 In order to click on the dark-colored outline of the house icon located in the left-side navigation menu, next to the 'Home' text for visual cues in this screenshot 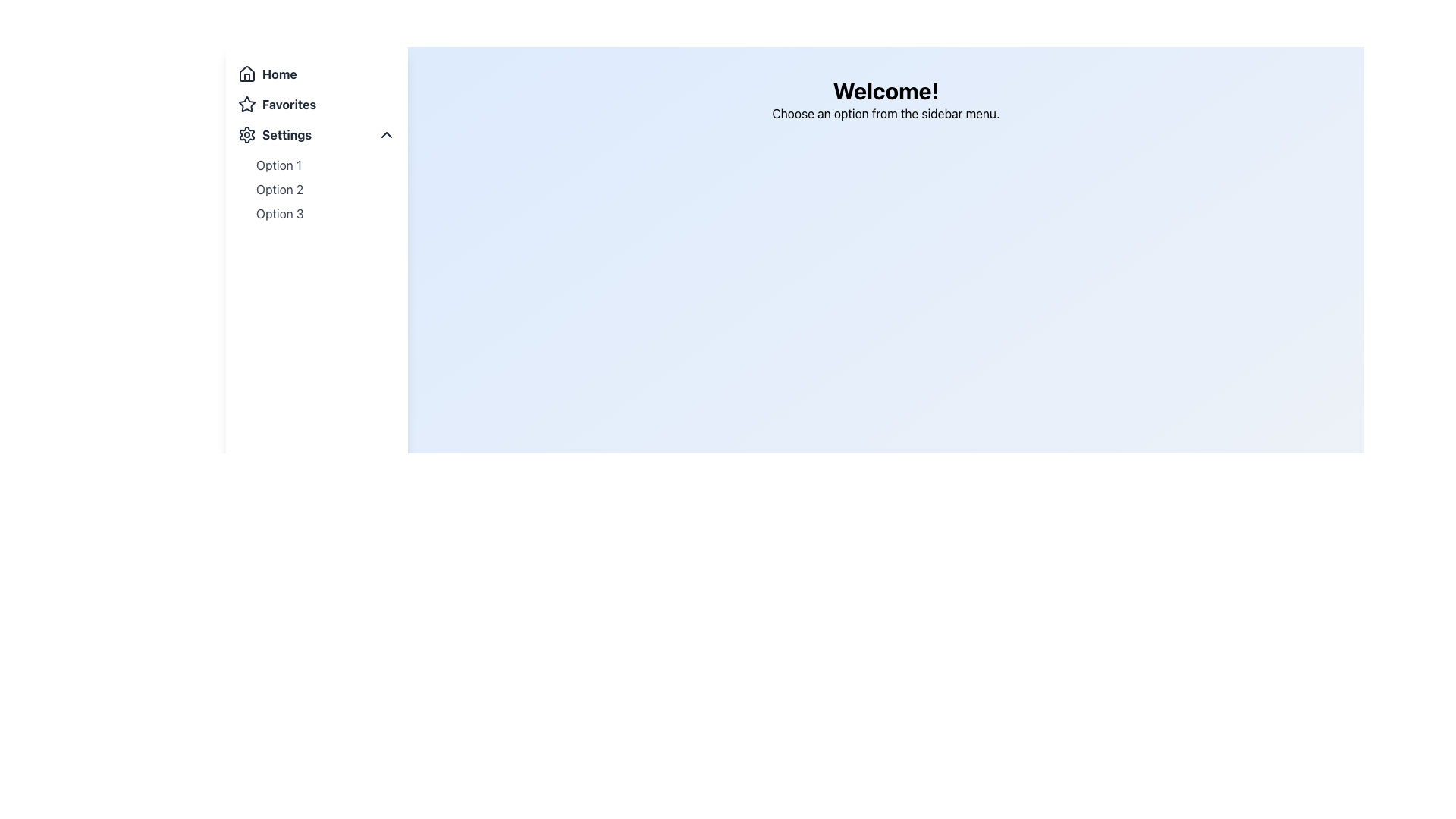, I will do `click(247, 73)`.